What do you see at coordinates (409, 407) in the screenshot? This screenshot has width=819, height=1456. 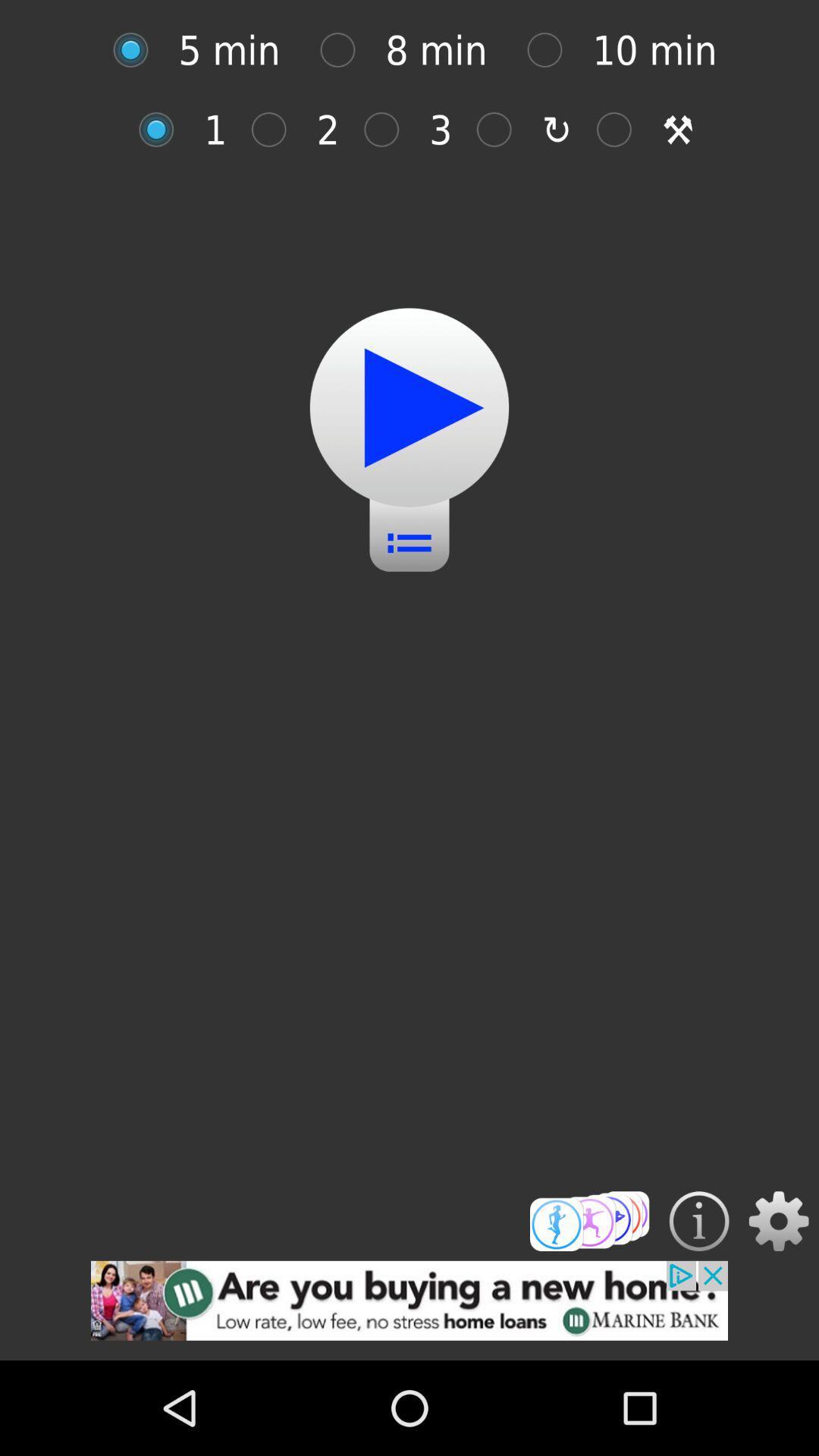 I see `pause` at bounding box center [409, 407].